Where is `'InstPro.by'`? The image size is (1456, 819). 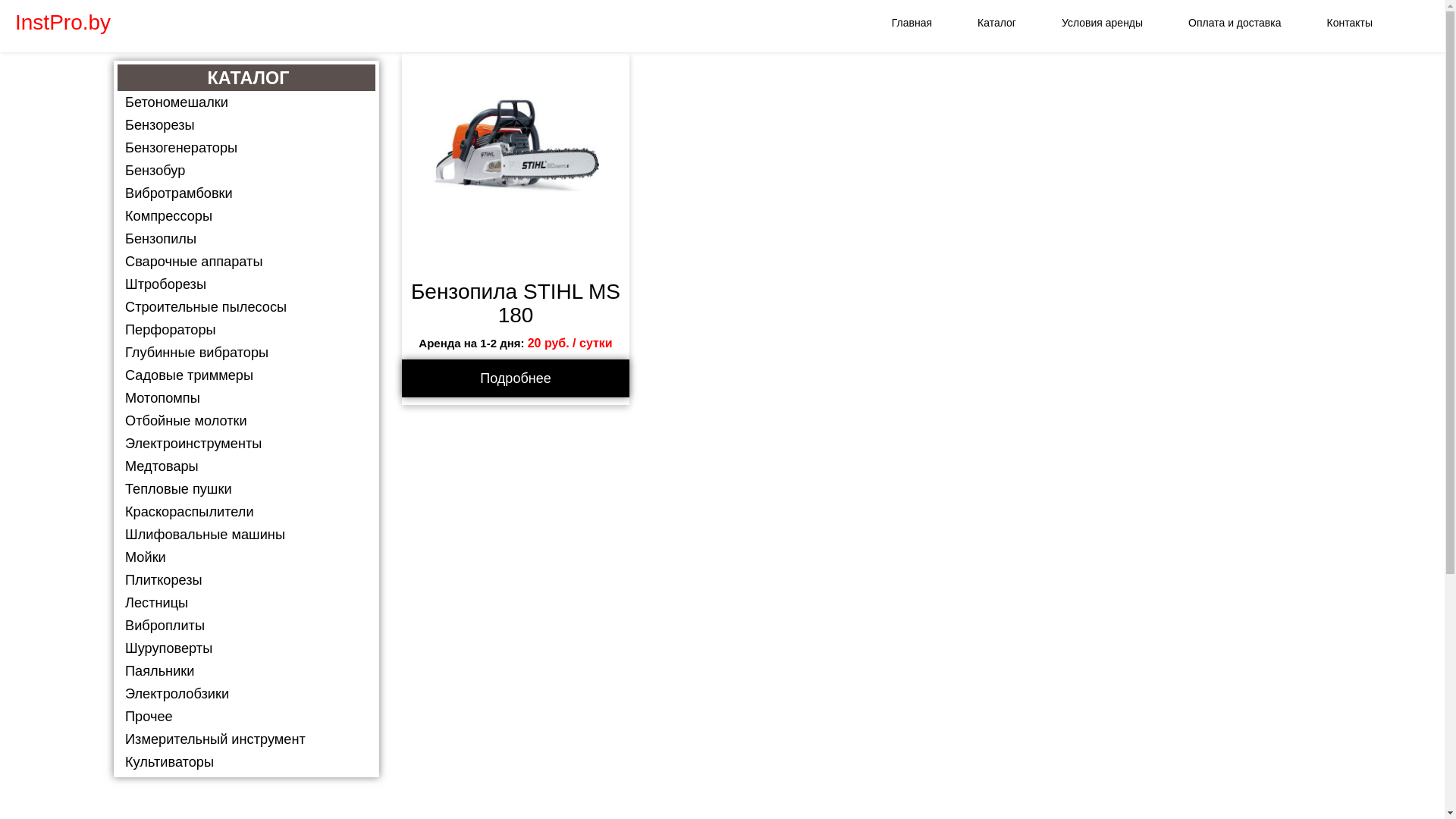
'InstPro.by' is located at coordinates (0, 23).